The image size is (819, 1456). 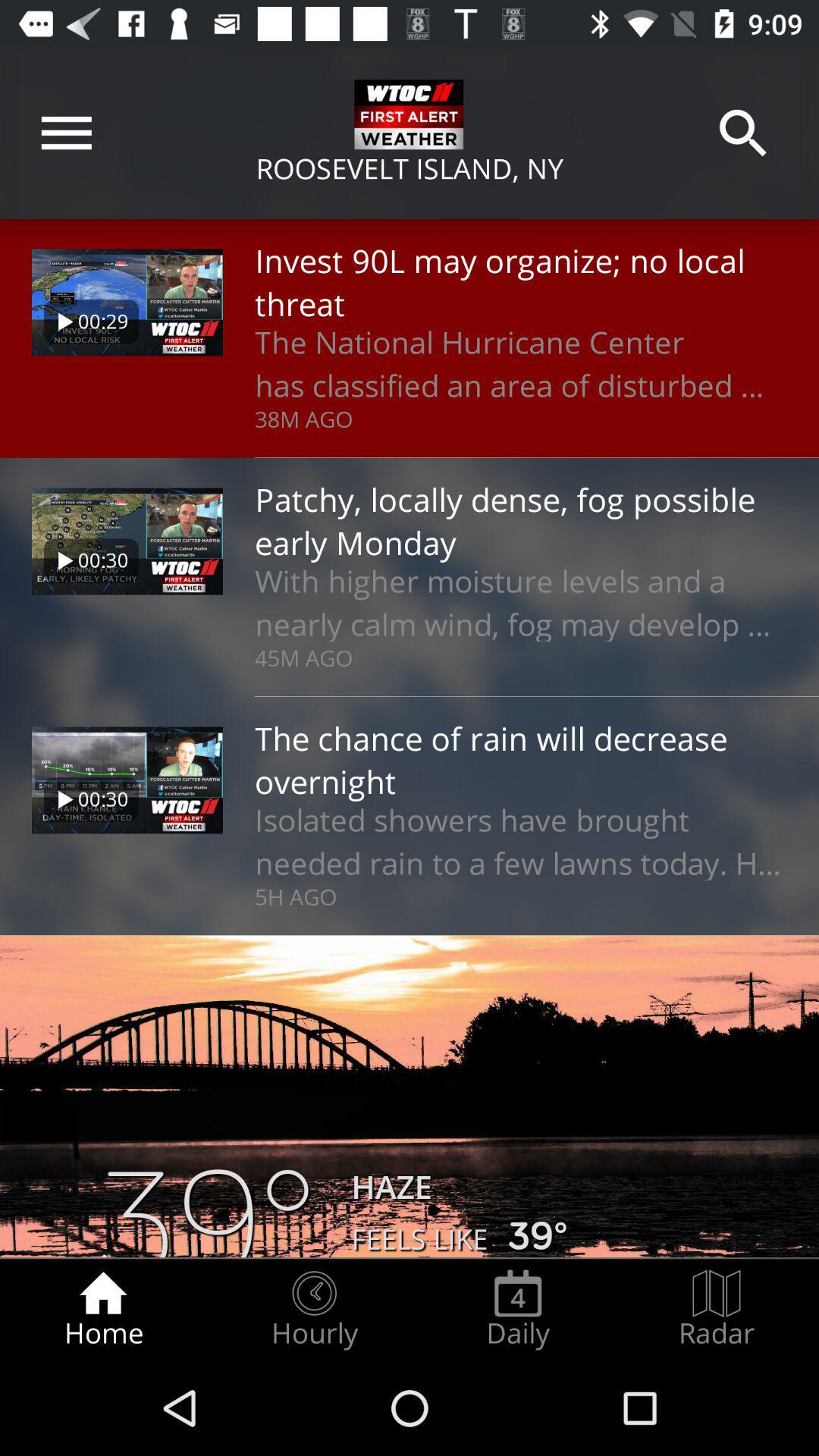 What do you see at coordinates (313, 1309) in the screenshot?
I see `icon to the left of the daily` at bounding box center [313, 1309].